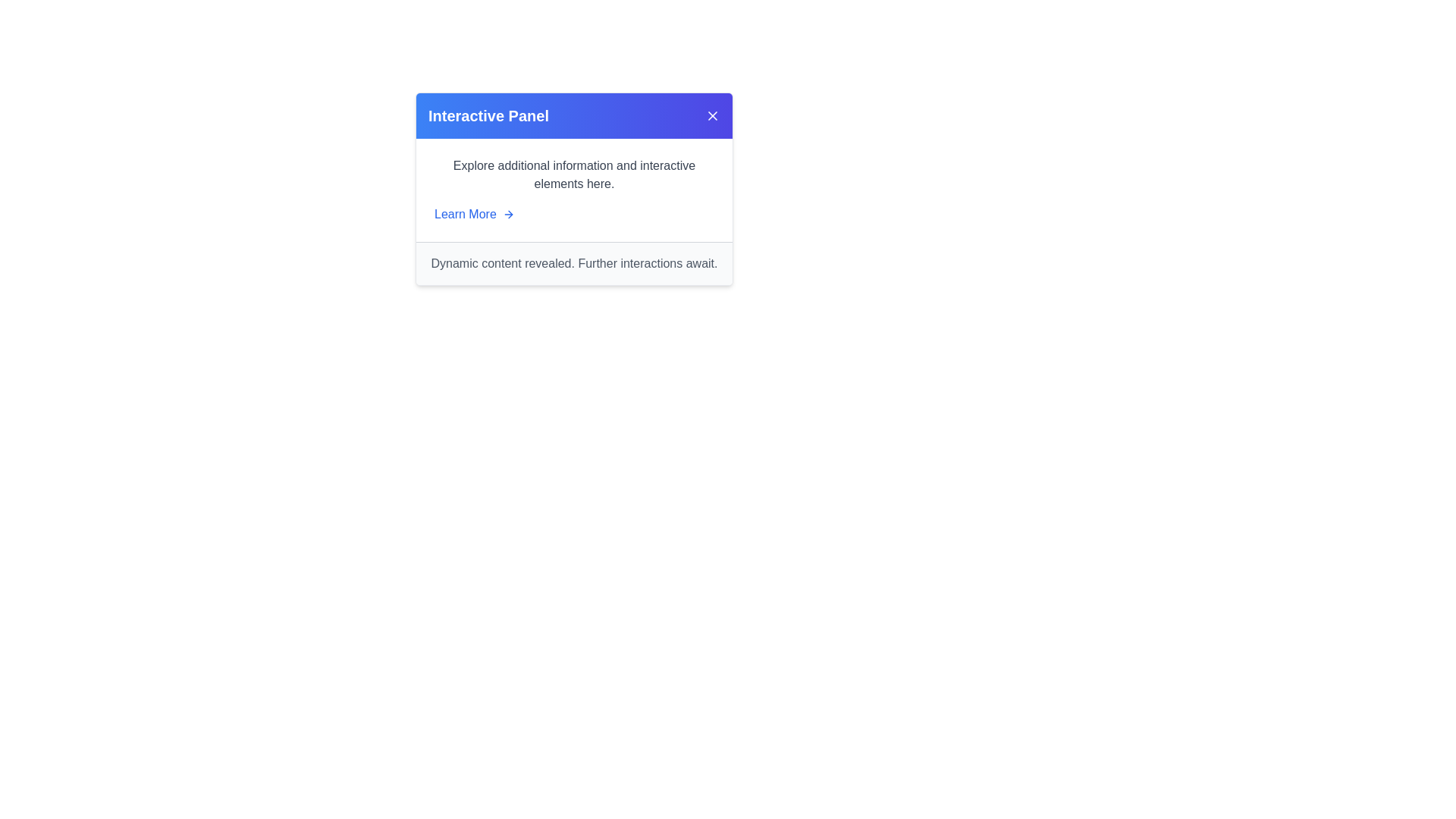  I want to click on the text label displaying 'Interactive Panel', which is styled with bold and large font size and positioned prominently within a gradient background, so click(488, 115).